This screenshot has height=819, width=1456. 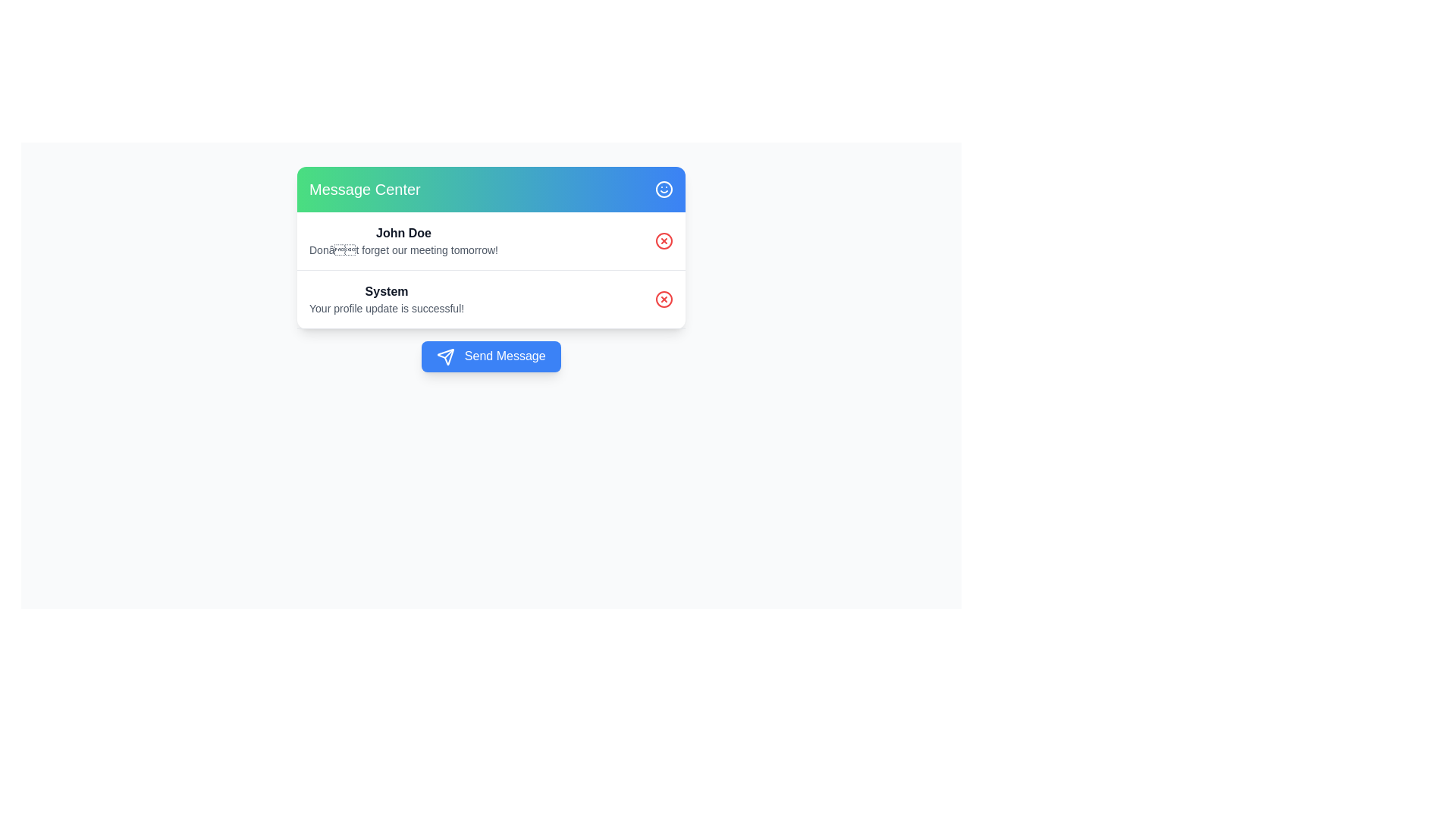 I want to click on the dismiss button icon located on the right side of the row displaying 'John Doe' and the message 'Don’t forget our meeting tomorrow!', so click(x=664, y=240).